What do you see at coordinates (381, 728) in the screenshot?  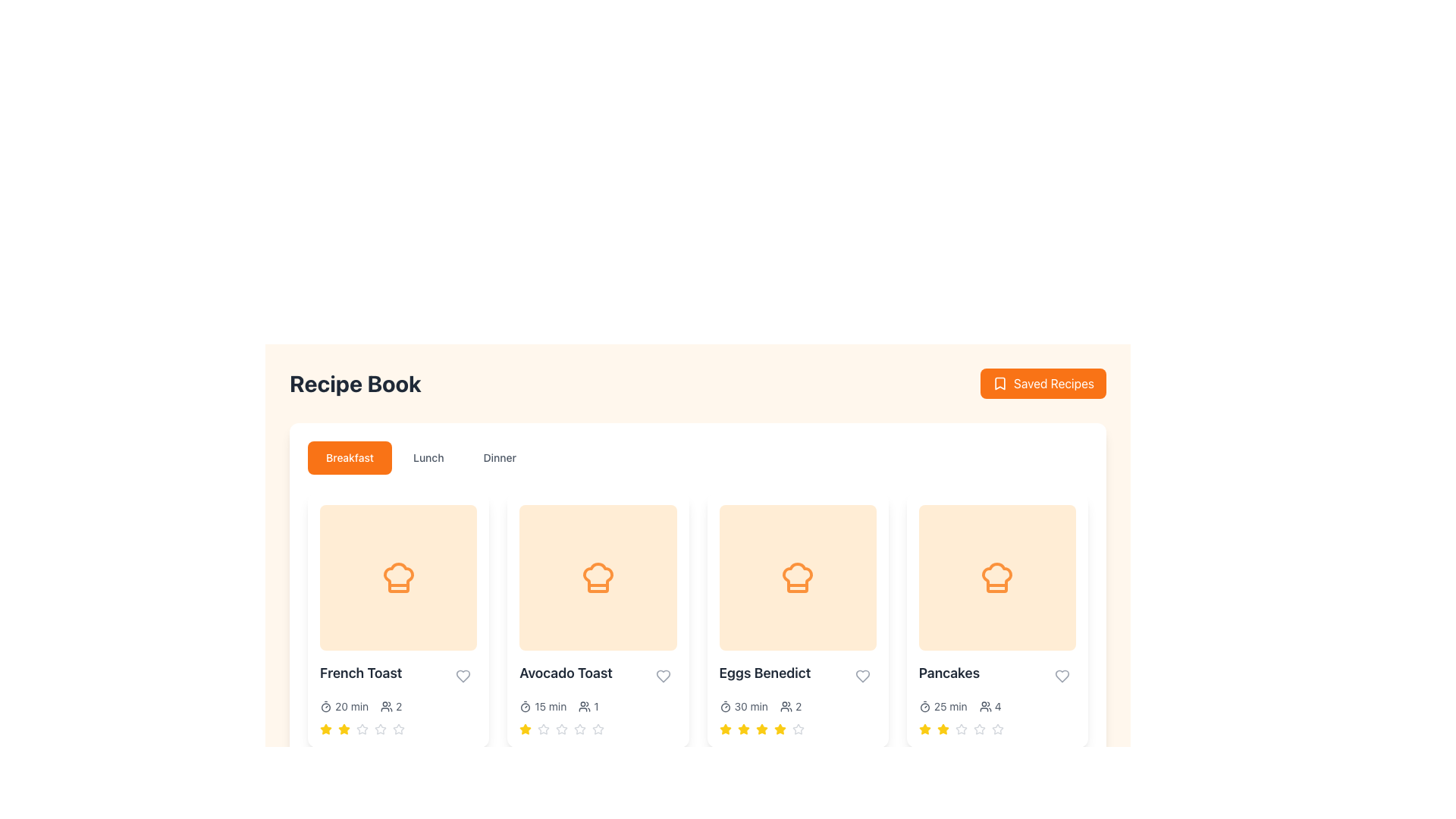 I see `the sixth hollow gray star icon in the rating system for the 'French Toast' recipe` at bounding box center [381, 728].